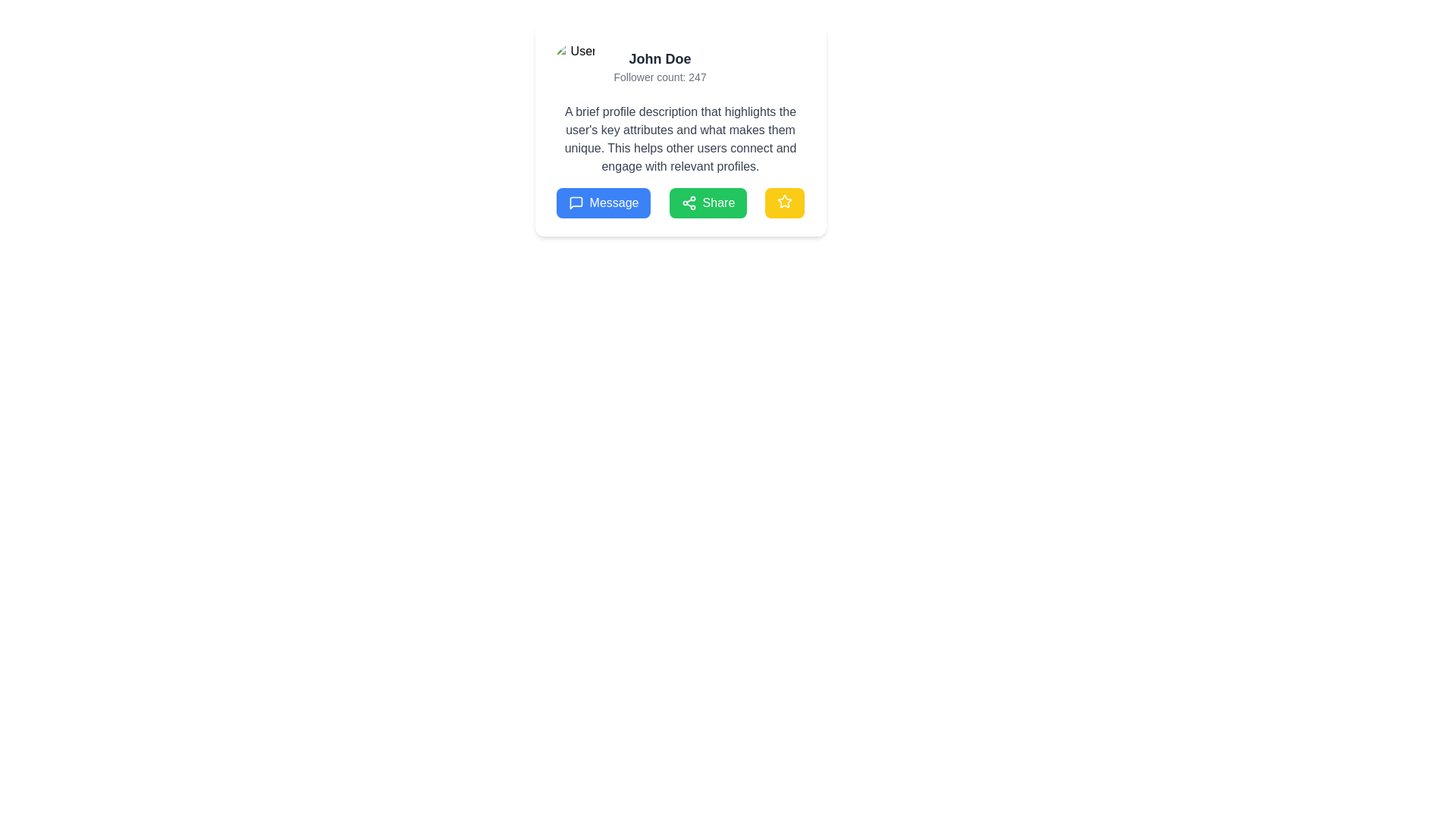 Image resolution: width=1456 pixels, height=819 pixels. I want to click on the blue button labeled 'Message' with rounded corners, so click(603, 202).